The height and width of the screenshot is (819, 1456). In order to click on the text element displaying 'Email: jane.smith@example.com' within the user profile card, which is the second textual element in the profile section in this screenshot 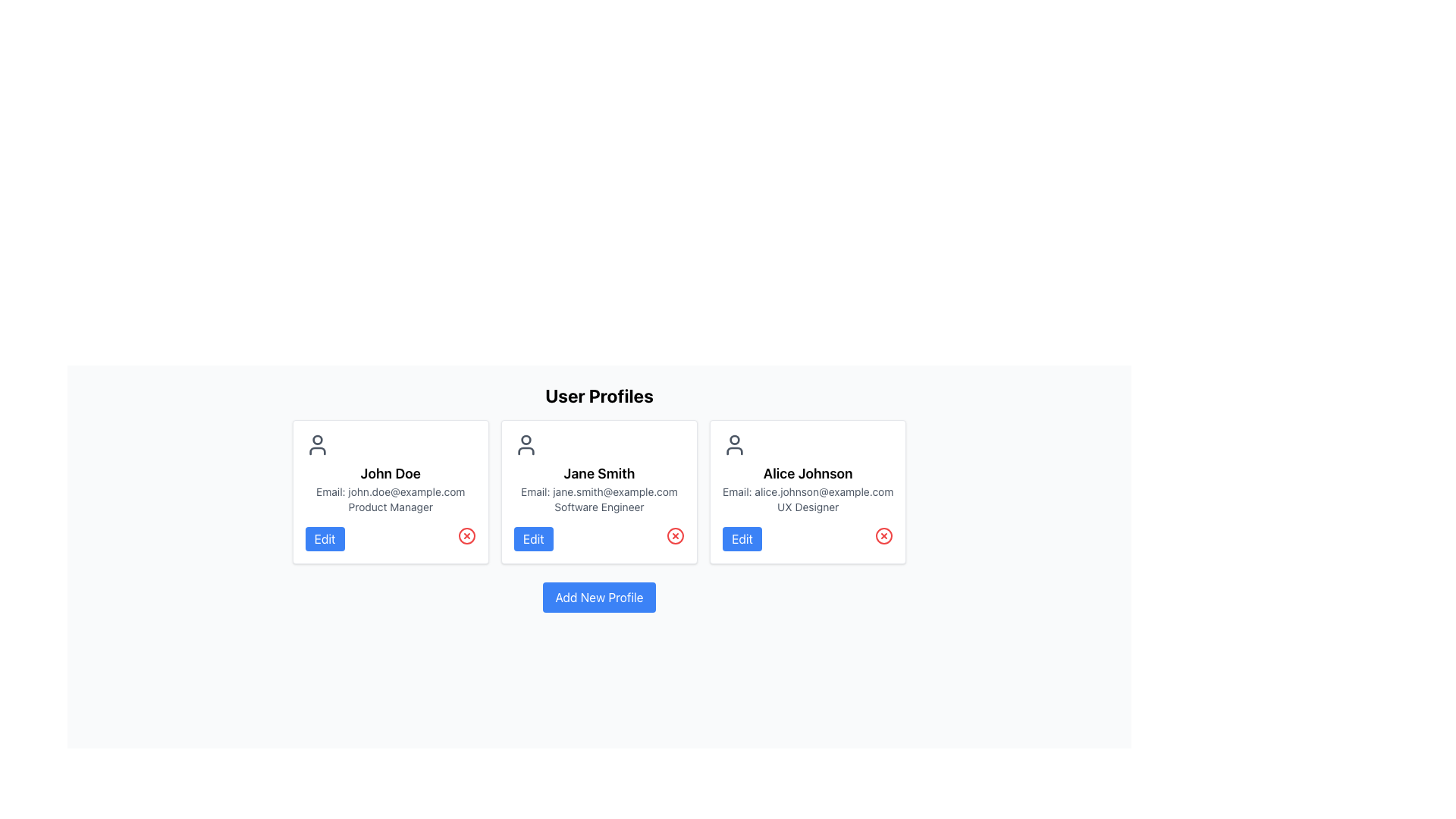, I will do `click(598, 491)`.